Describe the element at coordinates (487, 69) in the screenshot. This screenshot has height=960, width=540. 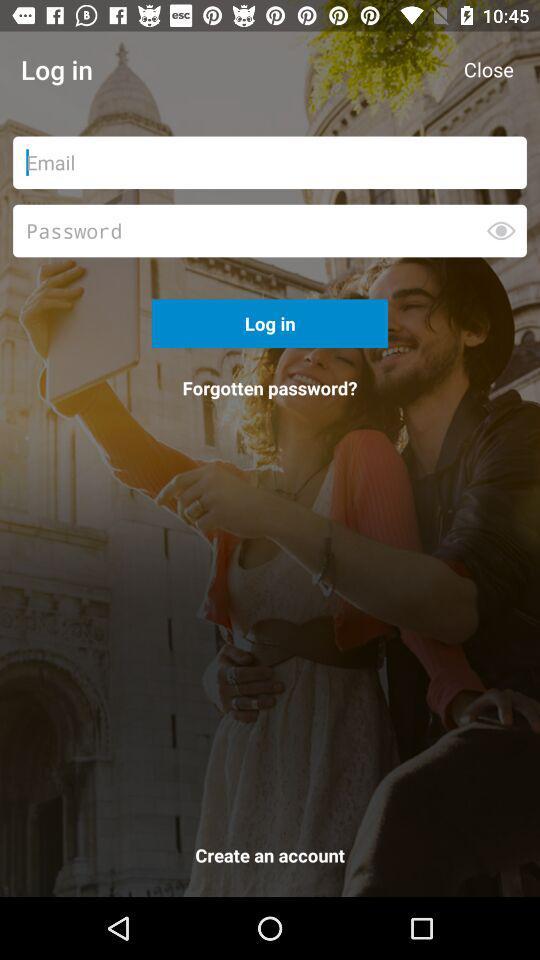
I see `icon to the right of the log in item` at that location.